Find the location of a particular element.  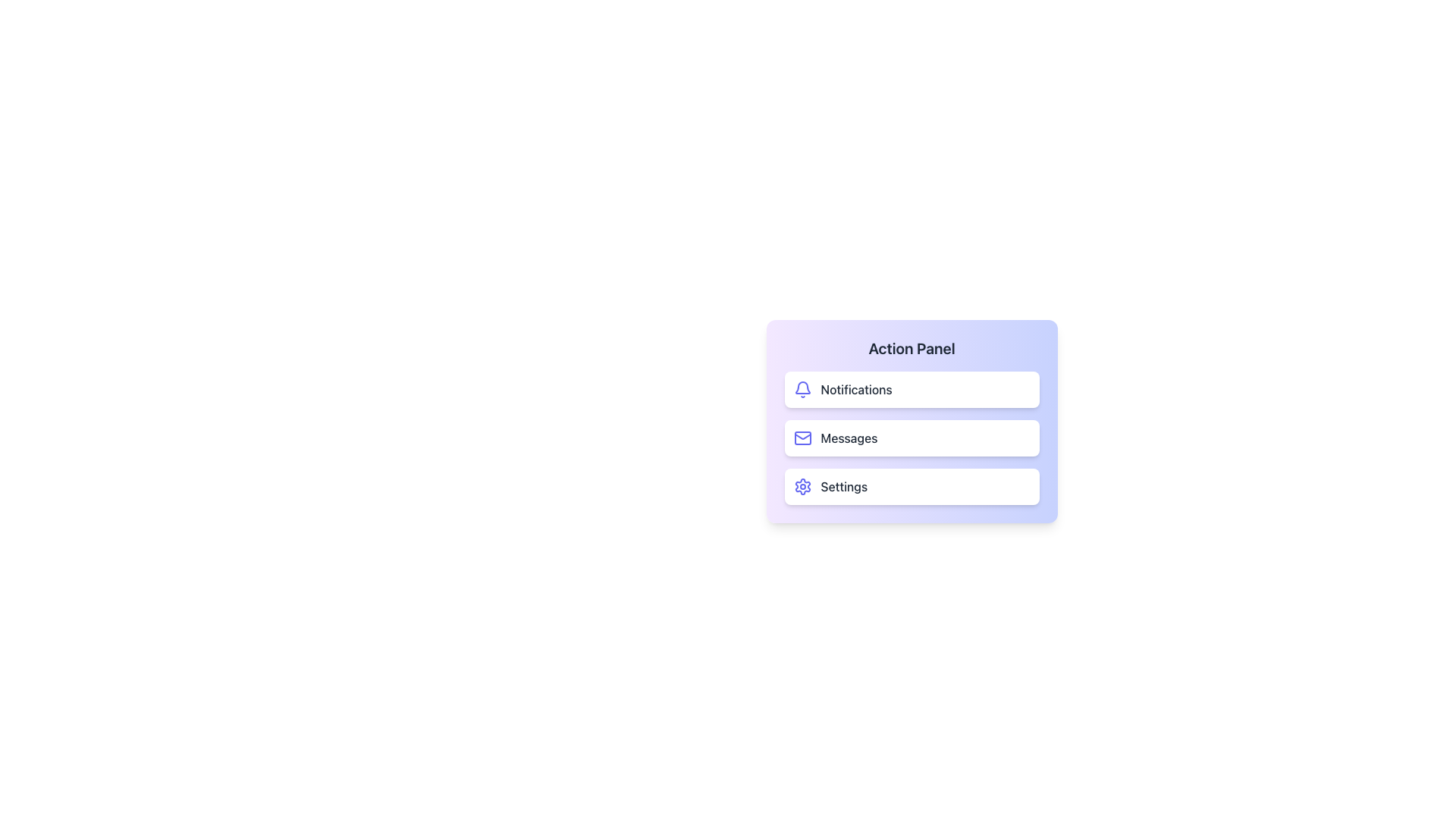

the gear icon located is located at coordinates (802, 486).